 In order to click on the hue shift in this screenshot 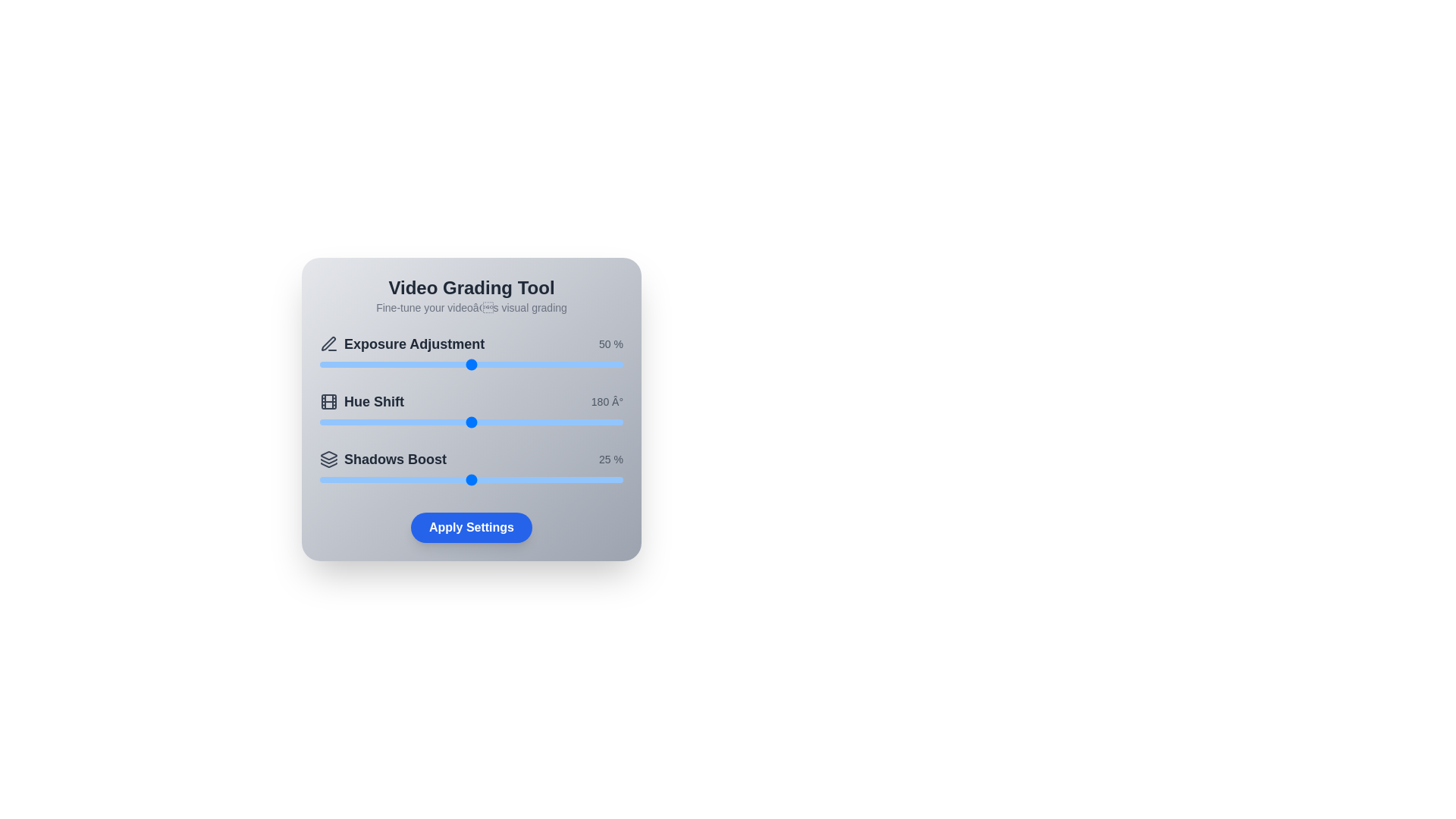, I will do `click(422, 422)`.